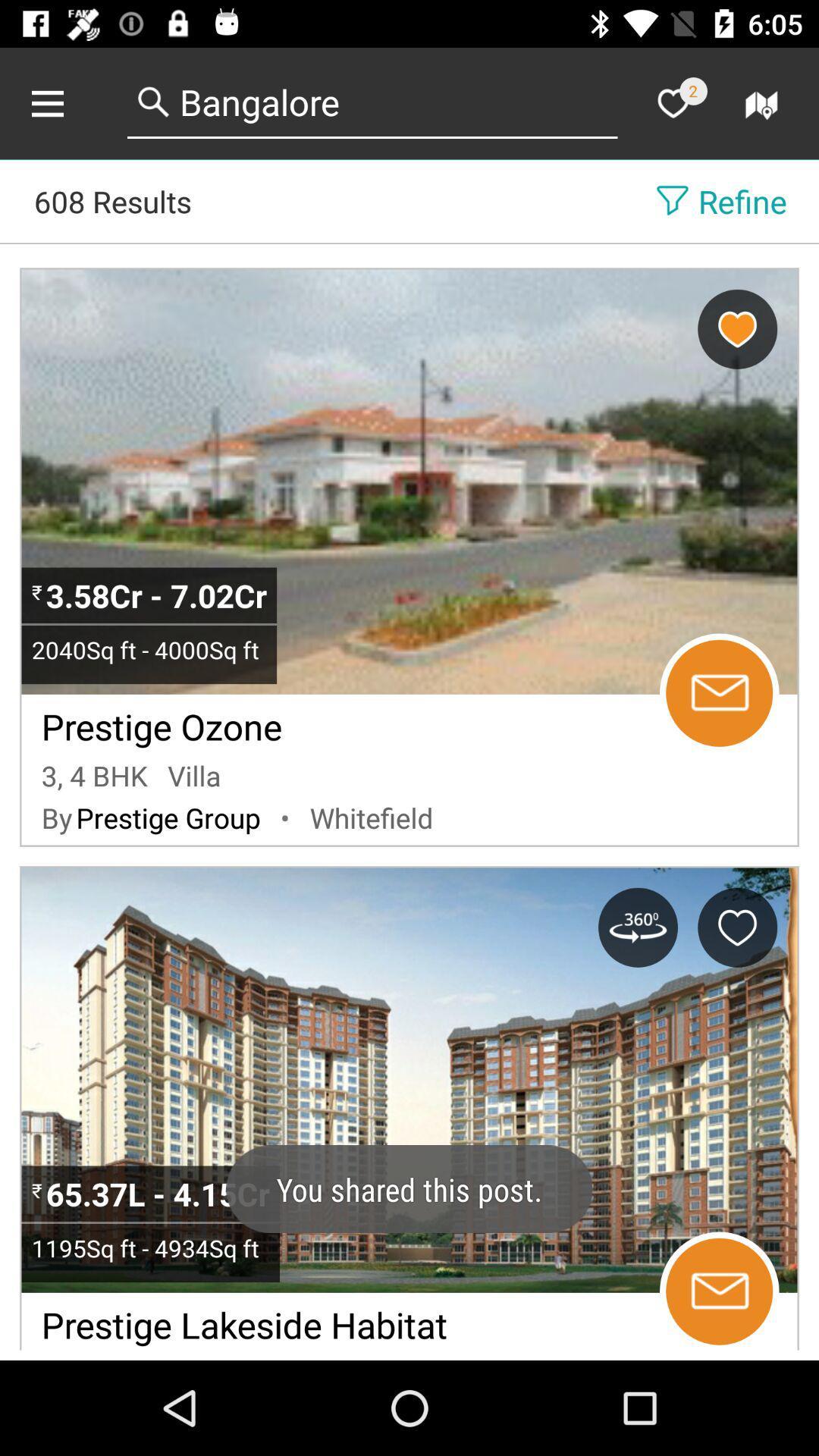 This screenshot has height=1456, width=819. I want to click on to favorites, so click(736, 927).